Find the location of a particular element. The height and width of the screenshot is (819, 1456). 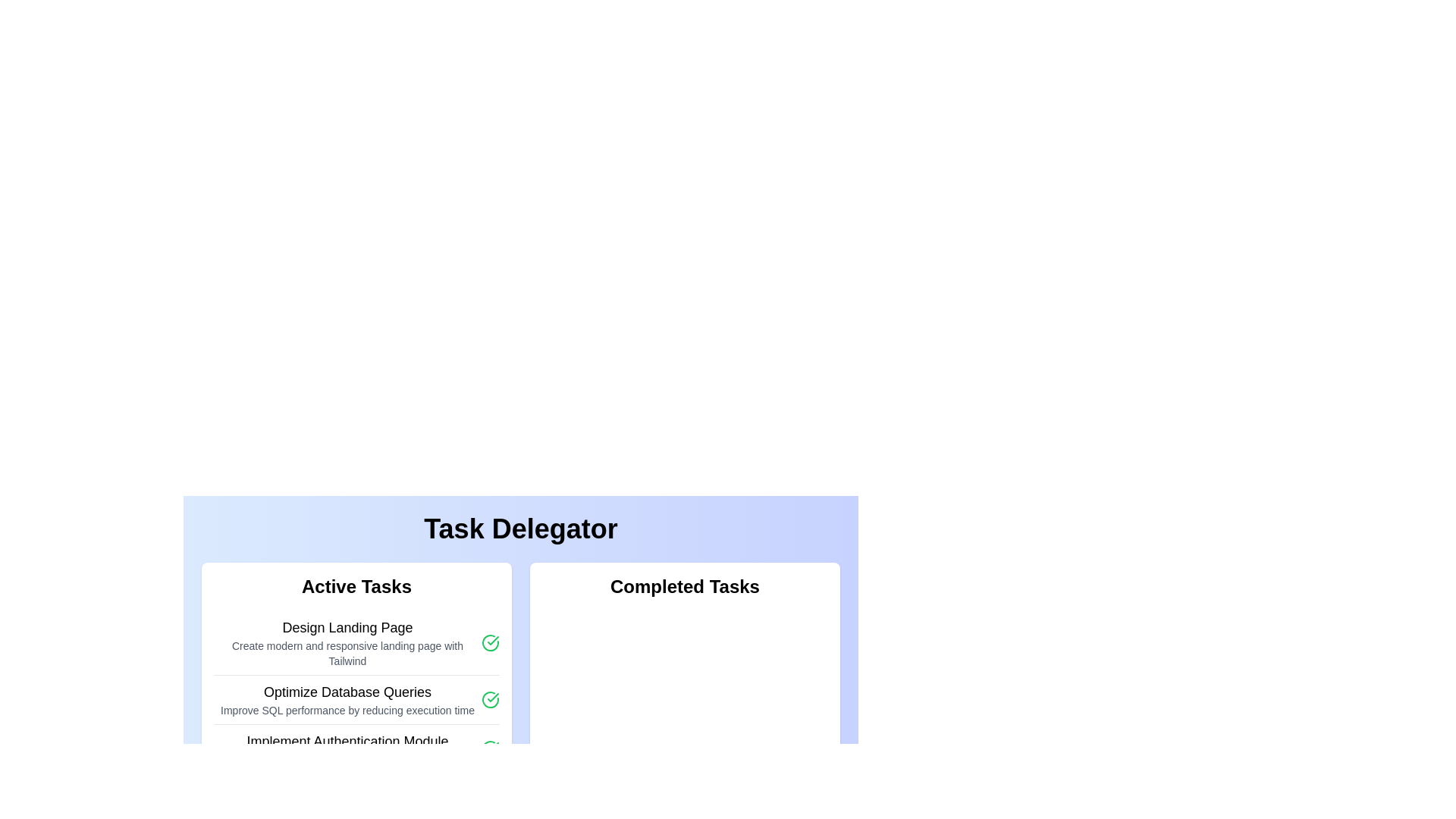

the List item titled 'Optimize Database Queries' from the 'Active Tasks' section is located at coordinates (347, 699).